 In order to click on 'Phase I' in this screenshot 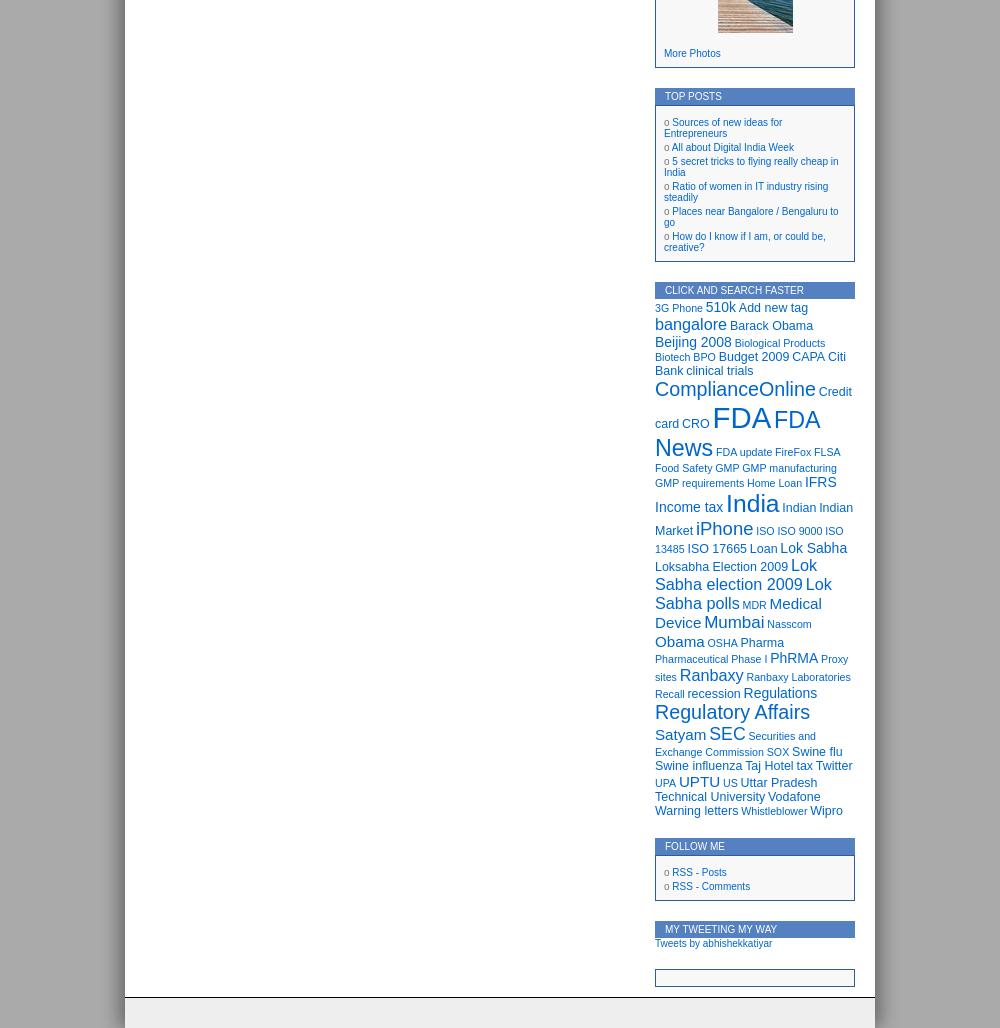, I will do `click(748, 659)`.